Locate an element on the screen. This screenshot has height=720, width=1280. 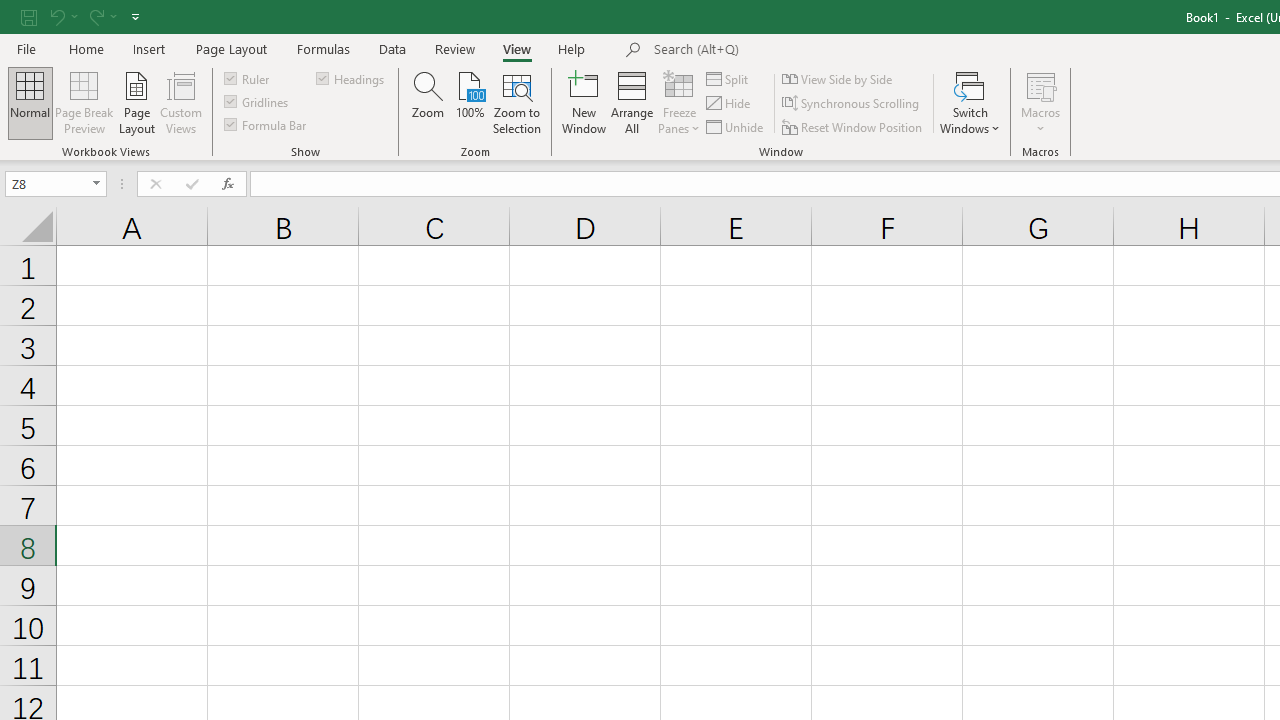
'Zoom...' is located at coordinates (427, 103).